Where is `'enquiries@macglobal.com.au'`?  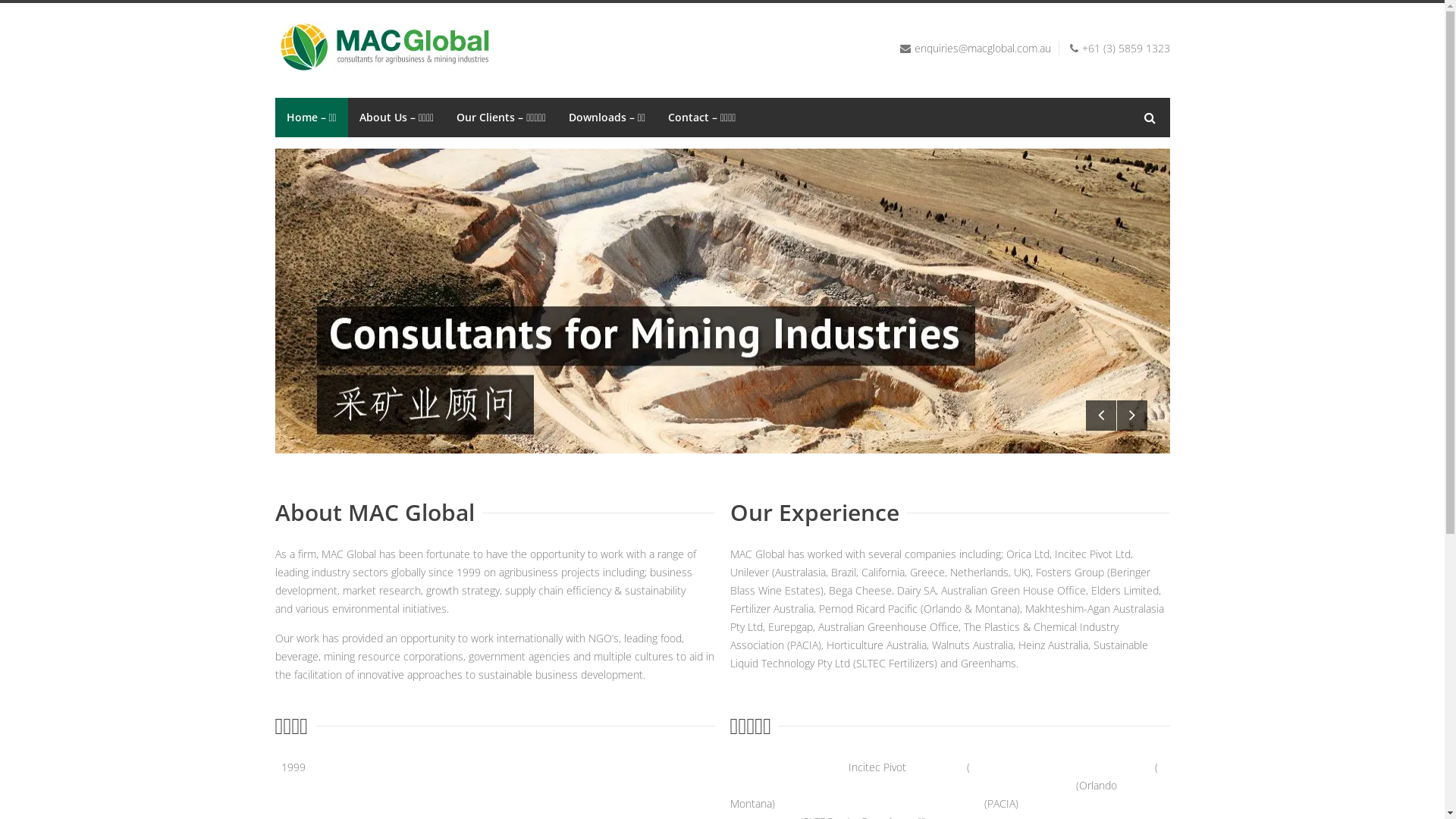 'enquiries@macglobal.com.au' is located at coordinates (983, 47).